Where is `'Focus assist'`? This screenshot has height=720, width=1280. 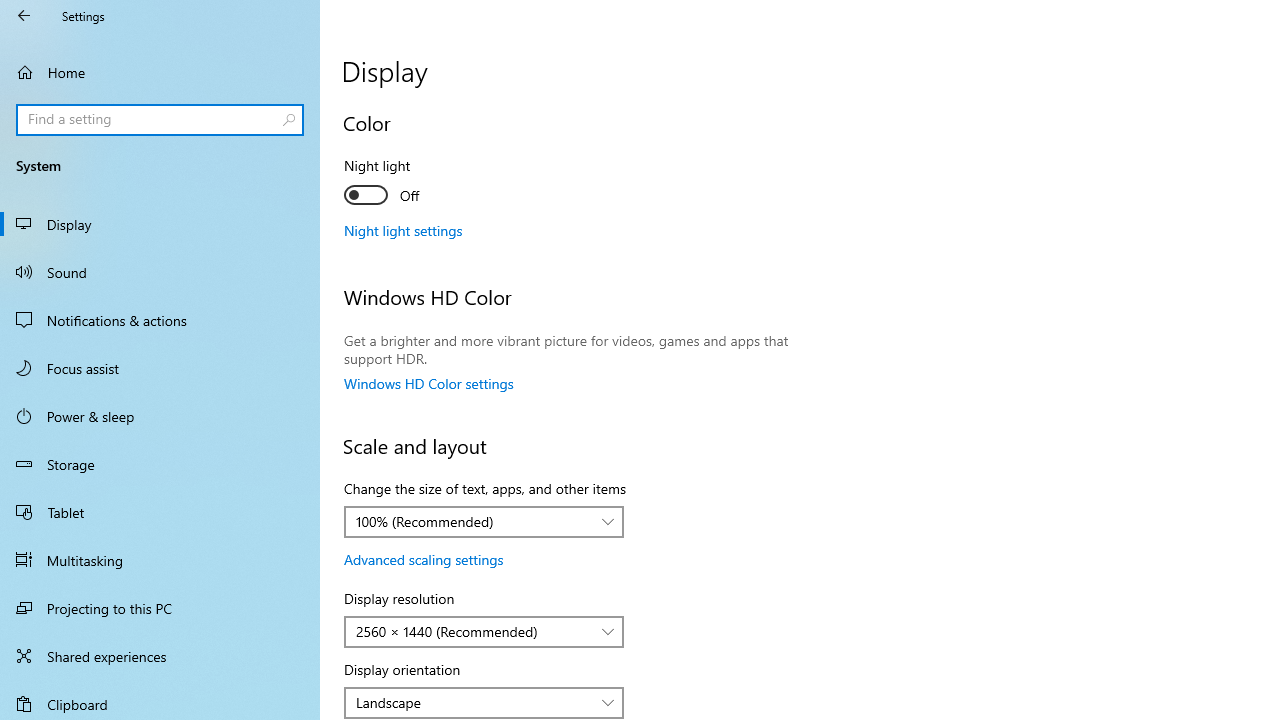 'Focus assist' is located at coordinates (160, 367).